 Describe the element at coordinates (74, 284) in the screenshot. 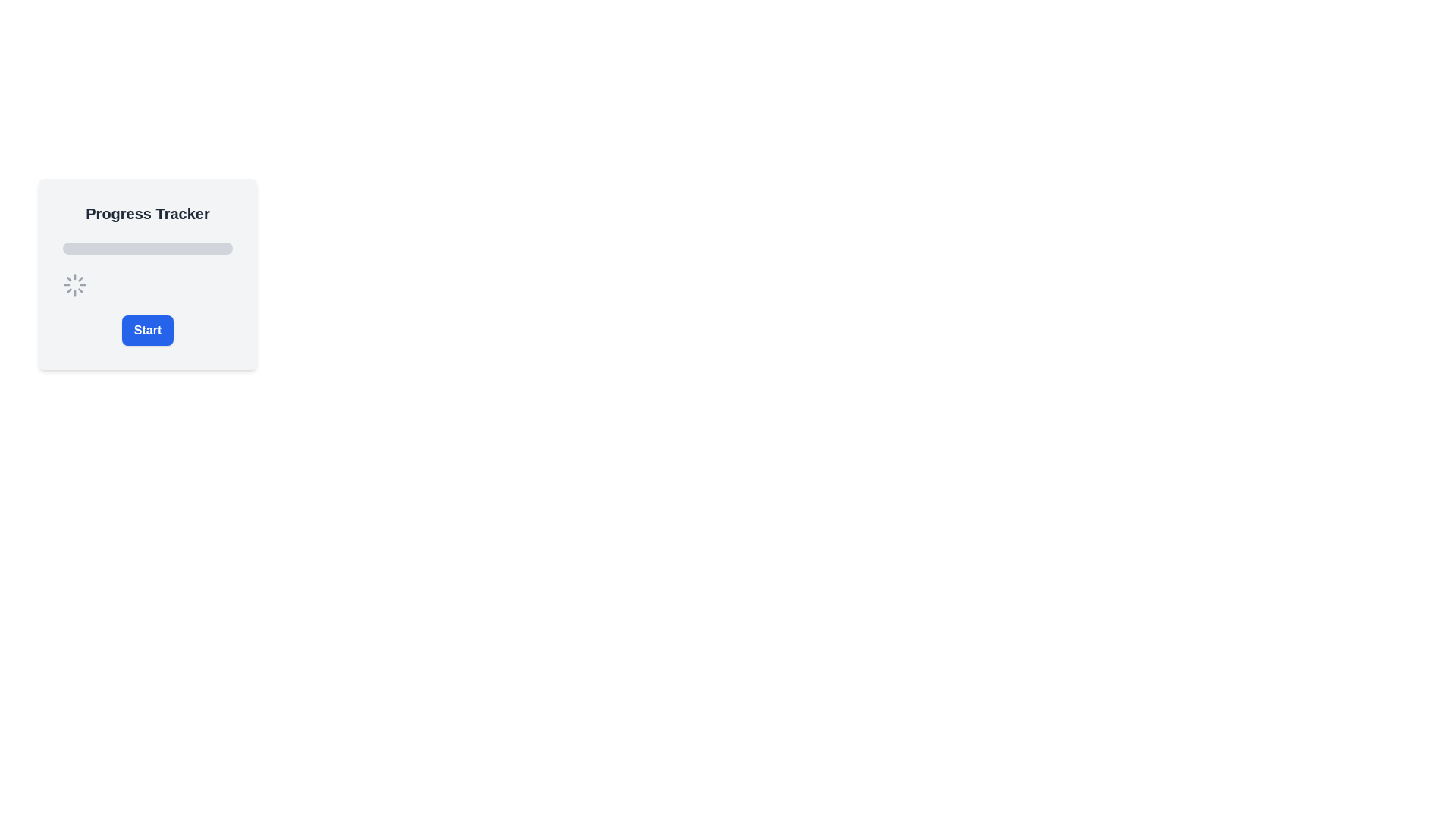

I see `the loading spinner icon located below the 'Progress Tracker' text and above the 'Start' button` at that location.